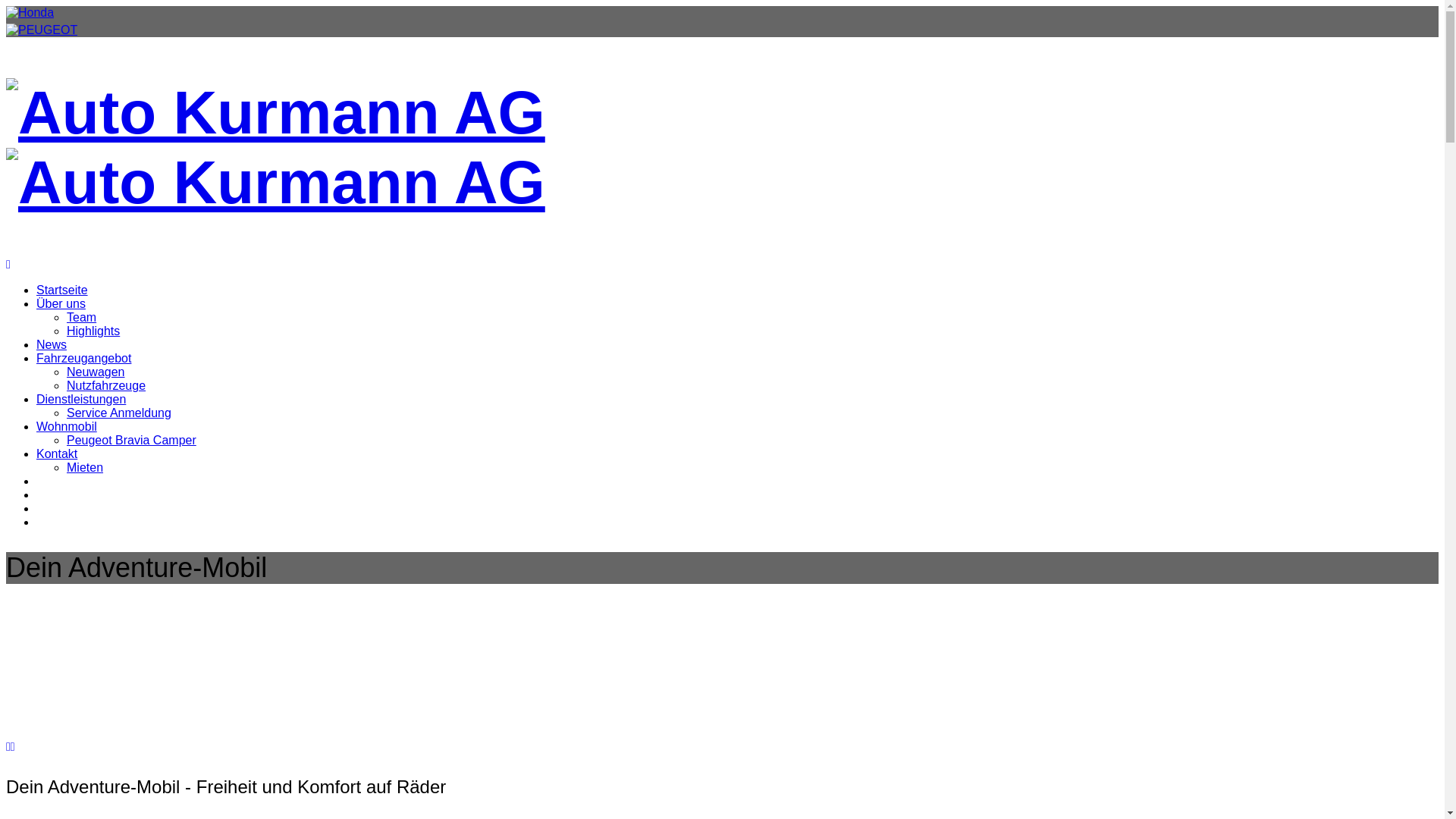 The image size is (1456, 819). I want to click on 'Nutzfahrzeuge', so click(105, 384).